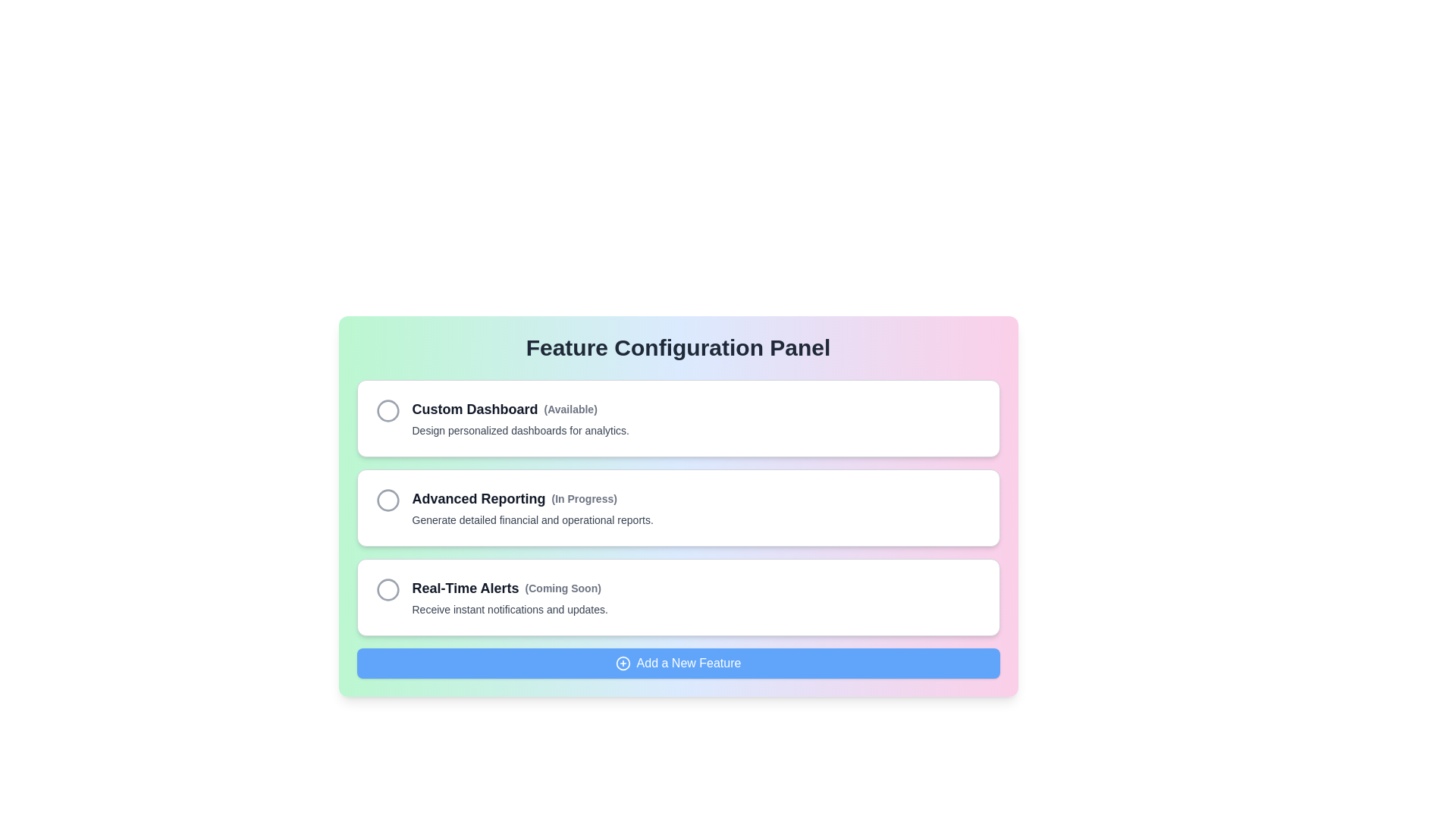 The height and width of the screenshot is (819, 1456). Describe the element at coordinates (677, 506) in the screenshot. I see `contents of the 'Advanced Reporting' feature status panel, which is the second item in the 'Feature Configuration Panel' located below 'Custom Dashboard' and above 'Real-Time Alerts'` at that location.